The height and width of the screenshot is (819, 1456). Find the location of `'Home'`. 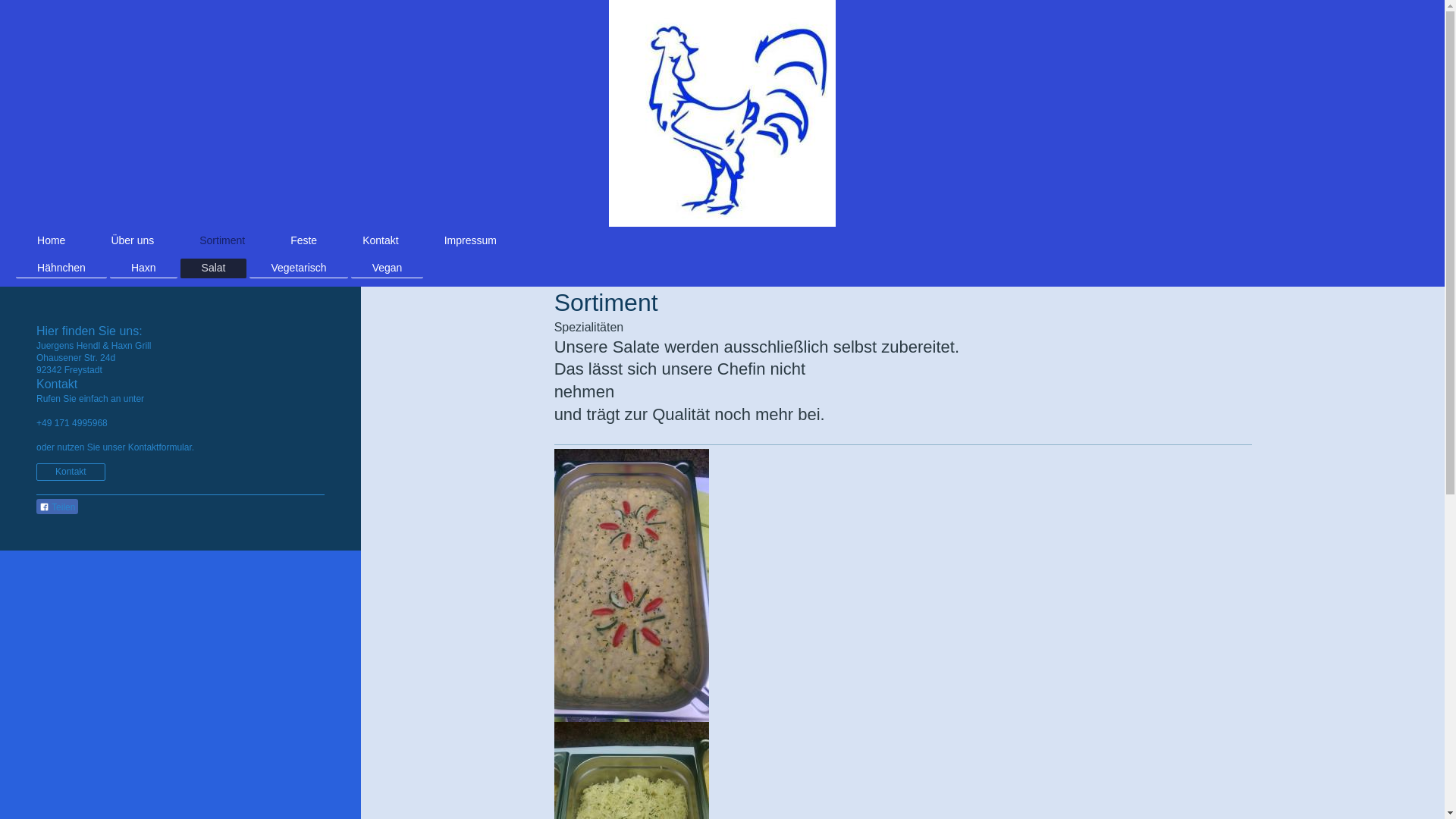

'Home' is located at coordinates (15, 239).